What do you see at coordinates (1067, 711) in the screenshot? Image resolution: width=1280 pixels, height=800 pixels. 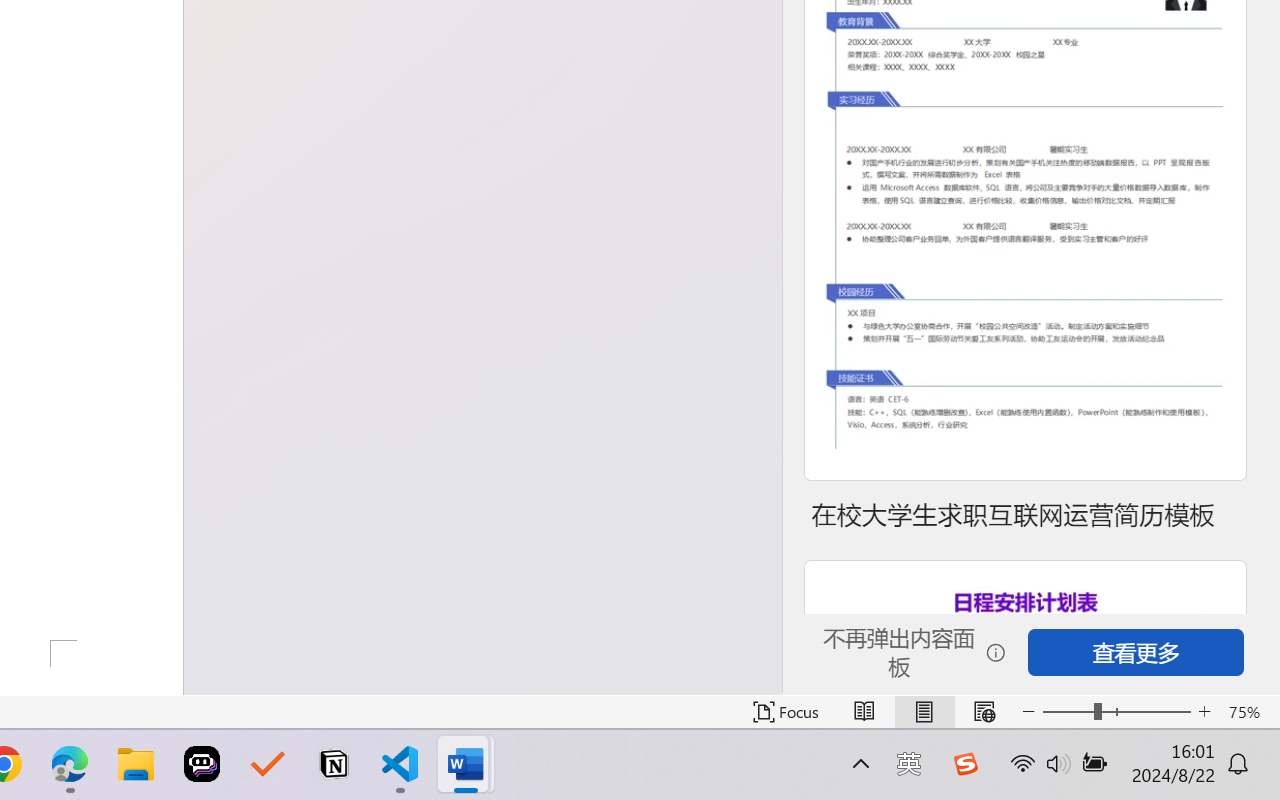 I see `'Zoom Out'` at bounding box center [1067, 711].